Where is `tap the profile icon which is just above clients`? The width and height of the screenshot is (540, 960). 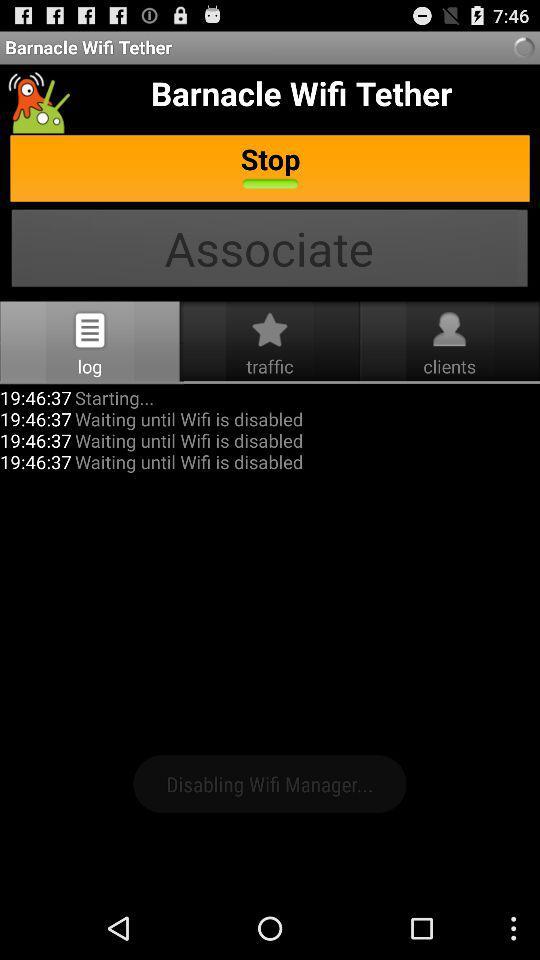 tap the profile icon which is just above clients is located at coordinates (449, 330).